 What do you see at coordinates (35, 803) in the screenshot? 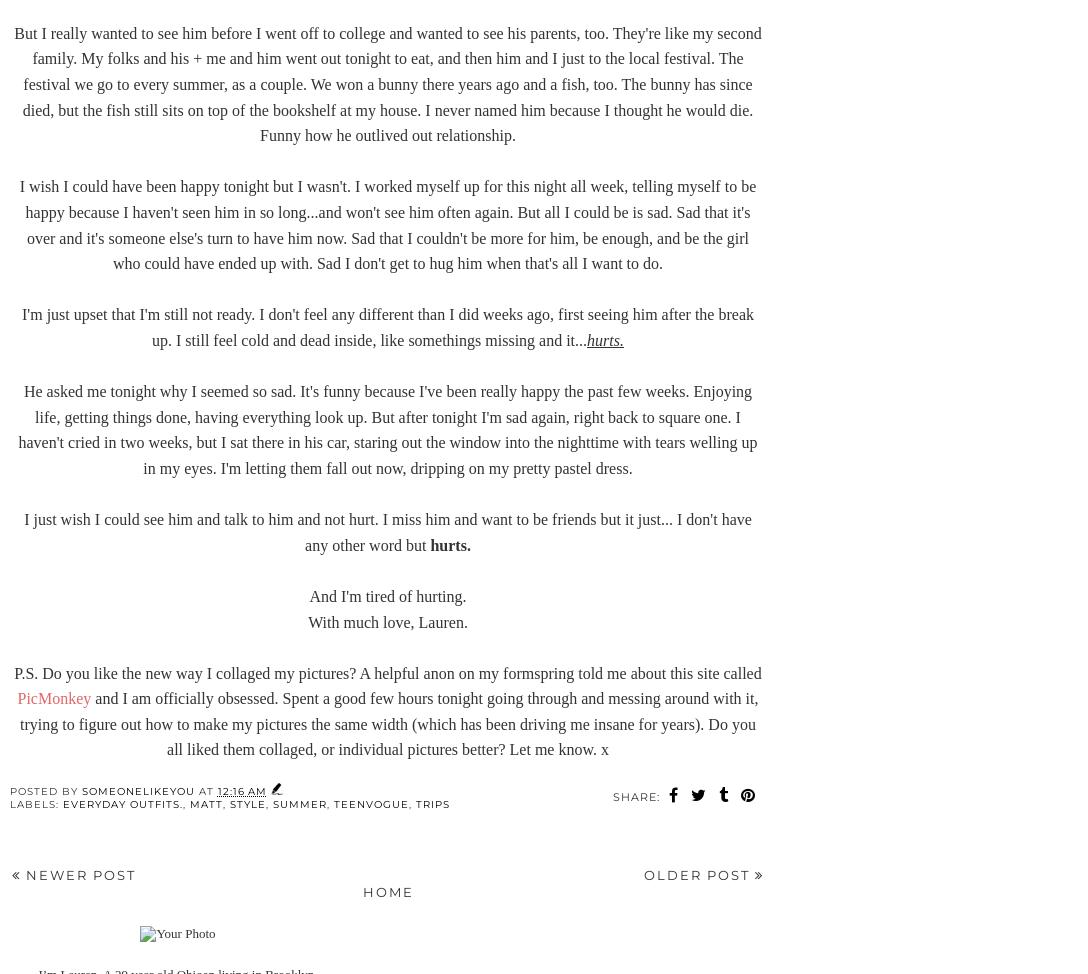
I see `'Labels:'` at bounding box center [35, 803].